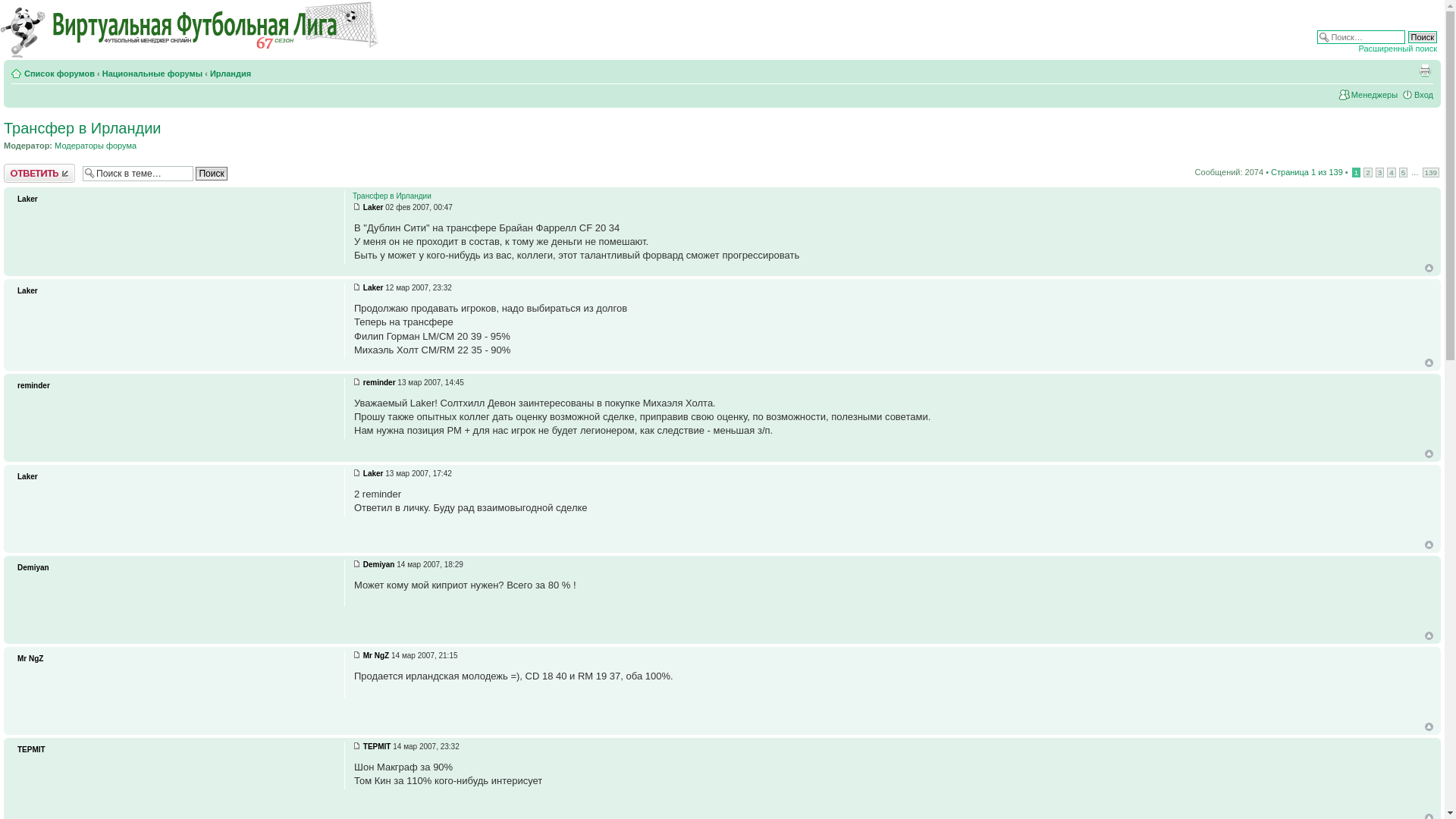 The height and width of the screenshot is (819, 1456). What do you see at coordinates (1386, 171) in the screenshot?
I see `'4'` at bounding box center [1386, 171].